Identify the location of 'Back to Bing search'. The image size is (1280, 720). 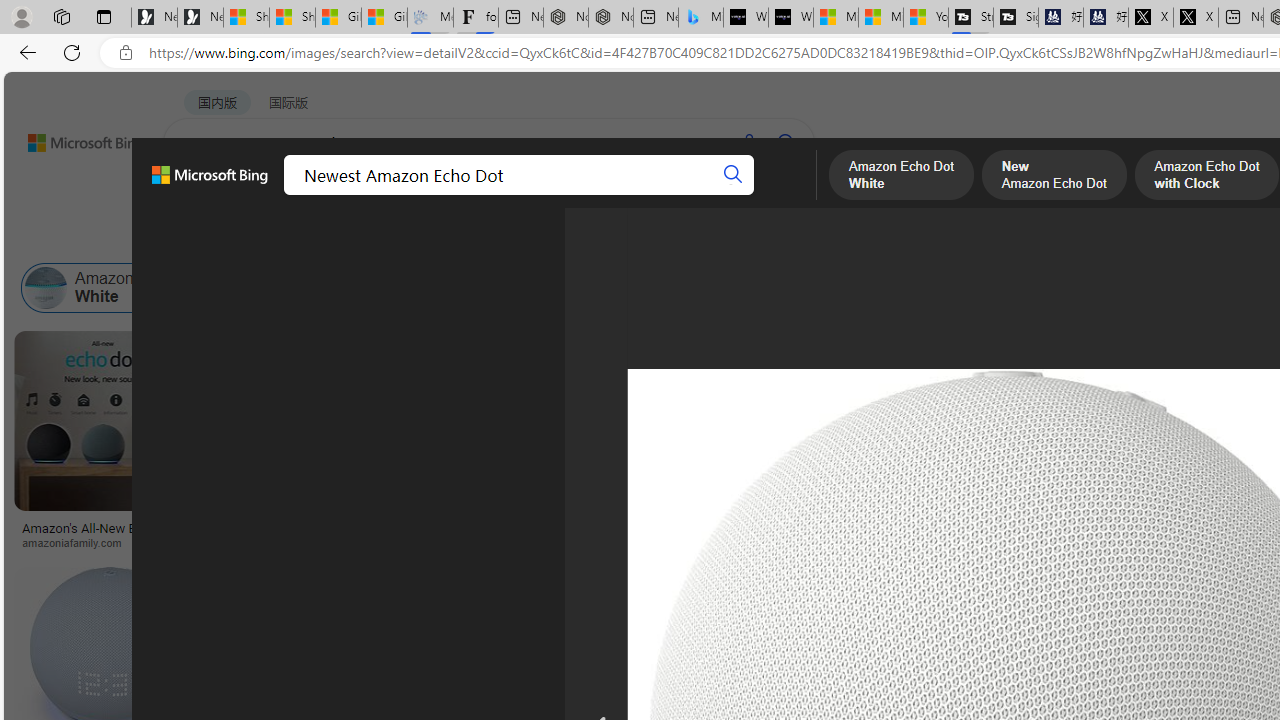
(73, 137).